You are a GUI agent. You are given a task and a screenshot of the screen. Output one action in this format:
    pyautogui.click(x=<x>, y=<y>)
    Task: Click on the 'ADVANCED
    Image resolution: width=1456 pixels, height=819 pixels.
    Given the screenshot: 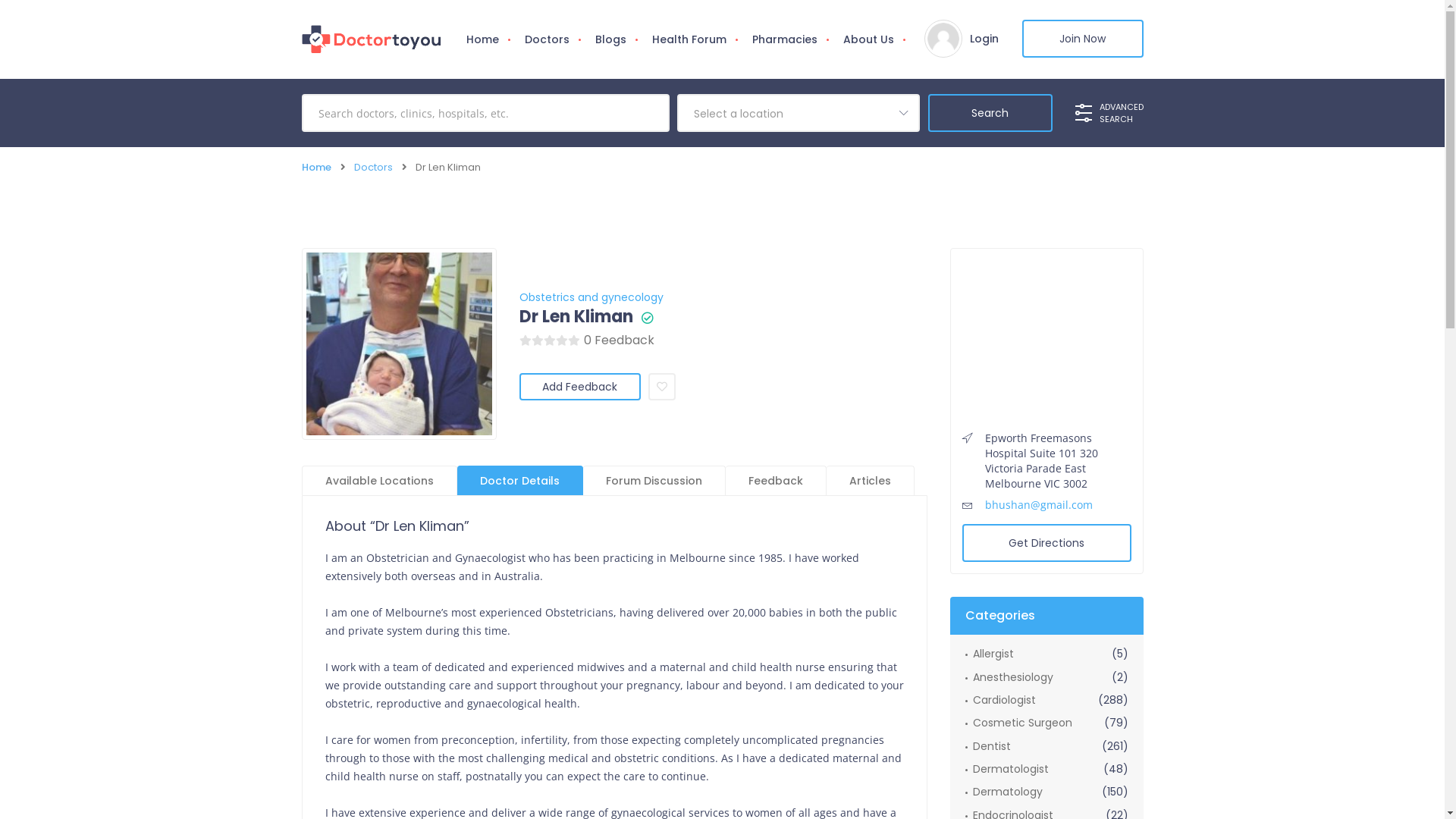 What is the action you would take?
    pyautogui.click(x=1074, y=112)
    